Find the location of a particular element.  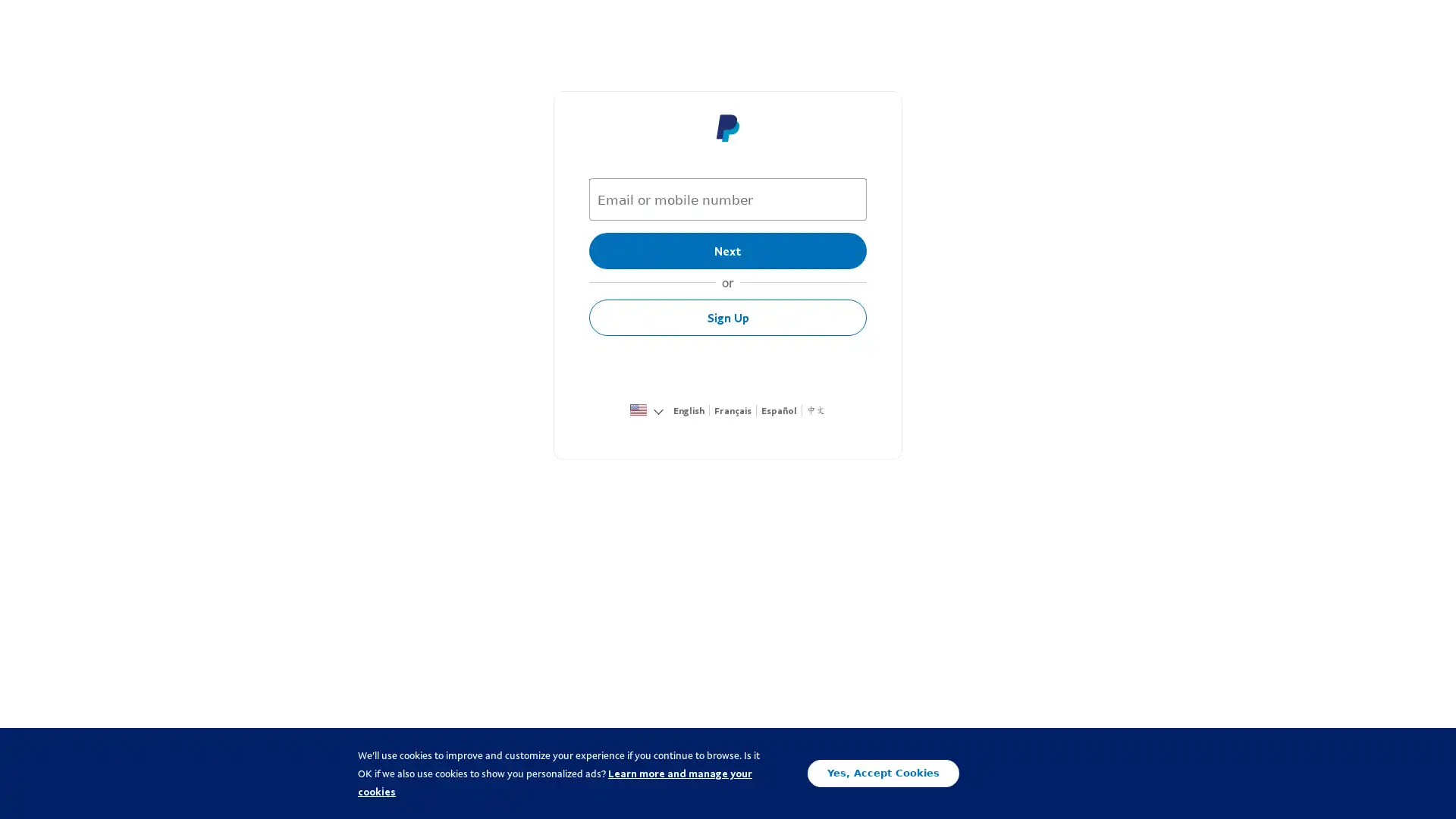

Yes, Accept Cookies is located at coordinates (883, 773).